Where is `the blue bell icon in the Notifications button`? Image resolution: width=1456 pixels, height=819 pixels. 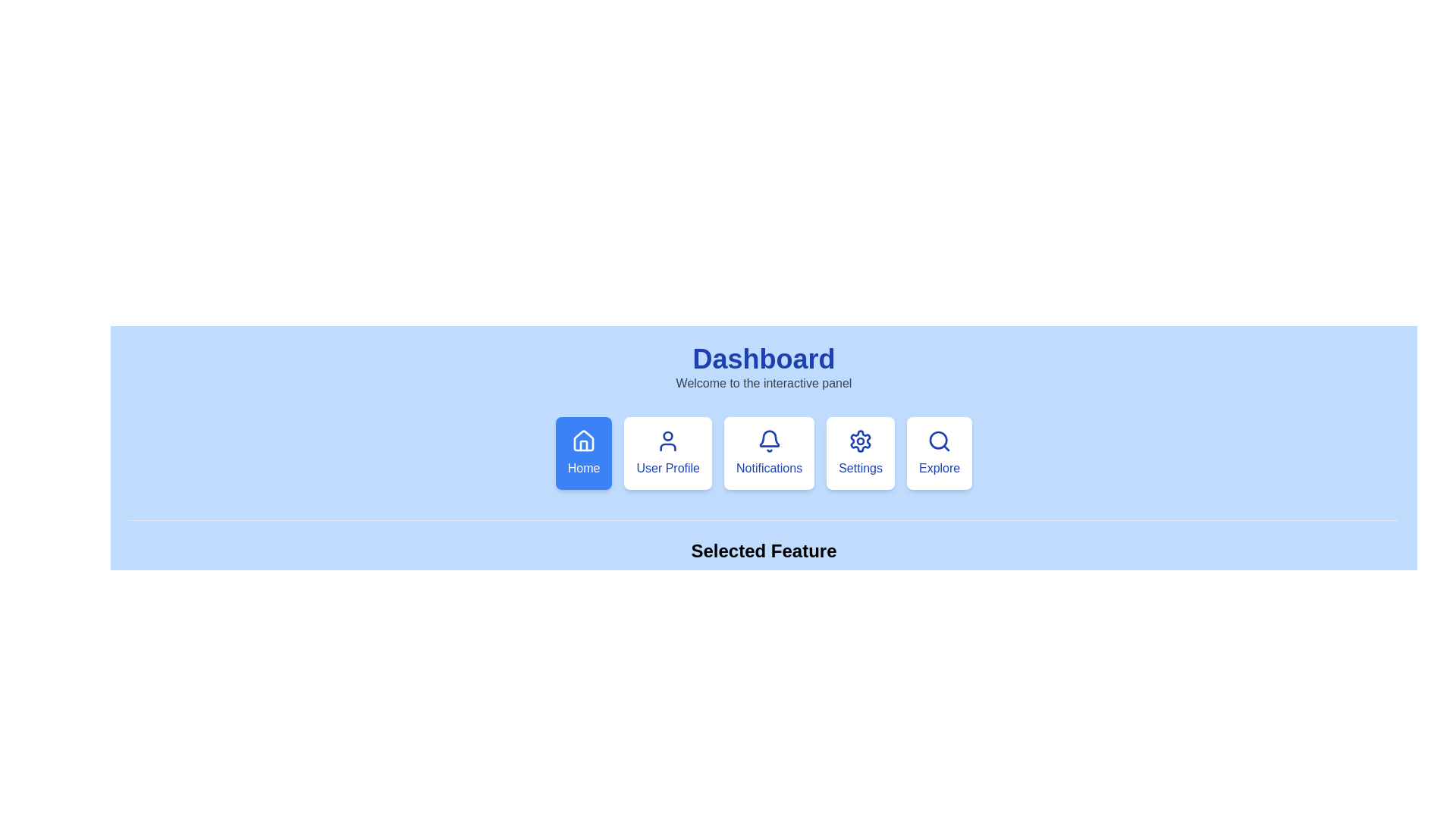
the blue bell icon in the Notifications button is located at coordinates (769, 441).